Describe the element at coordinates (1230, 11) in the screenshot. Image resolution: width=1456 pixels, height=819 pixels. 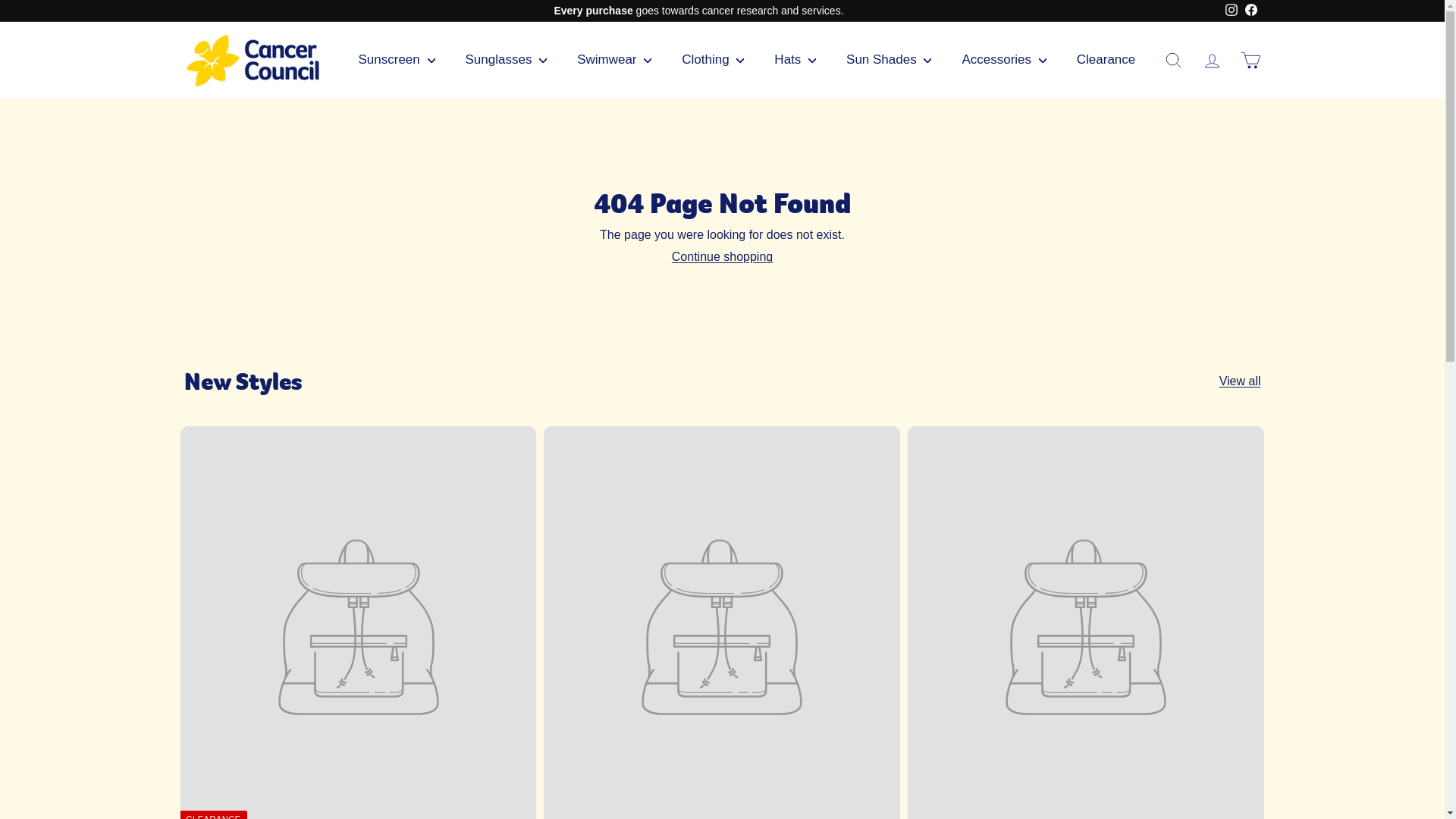
I see `'instagram` at that location.